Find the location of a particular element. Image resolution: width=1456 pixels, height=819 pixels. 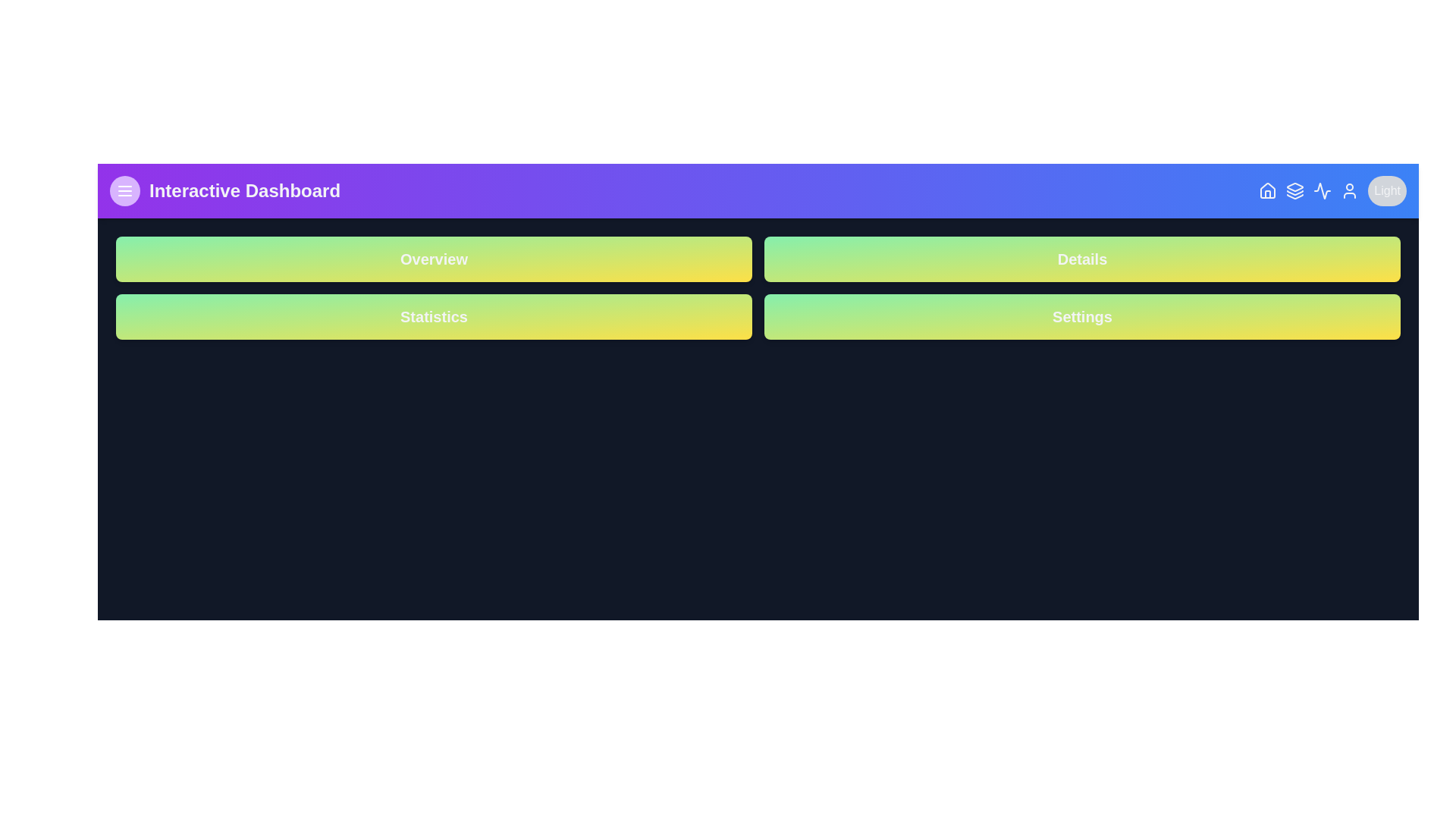

the button labeled 'Statistics' is located at coordinates (433, 315).